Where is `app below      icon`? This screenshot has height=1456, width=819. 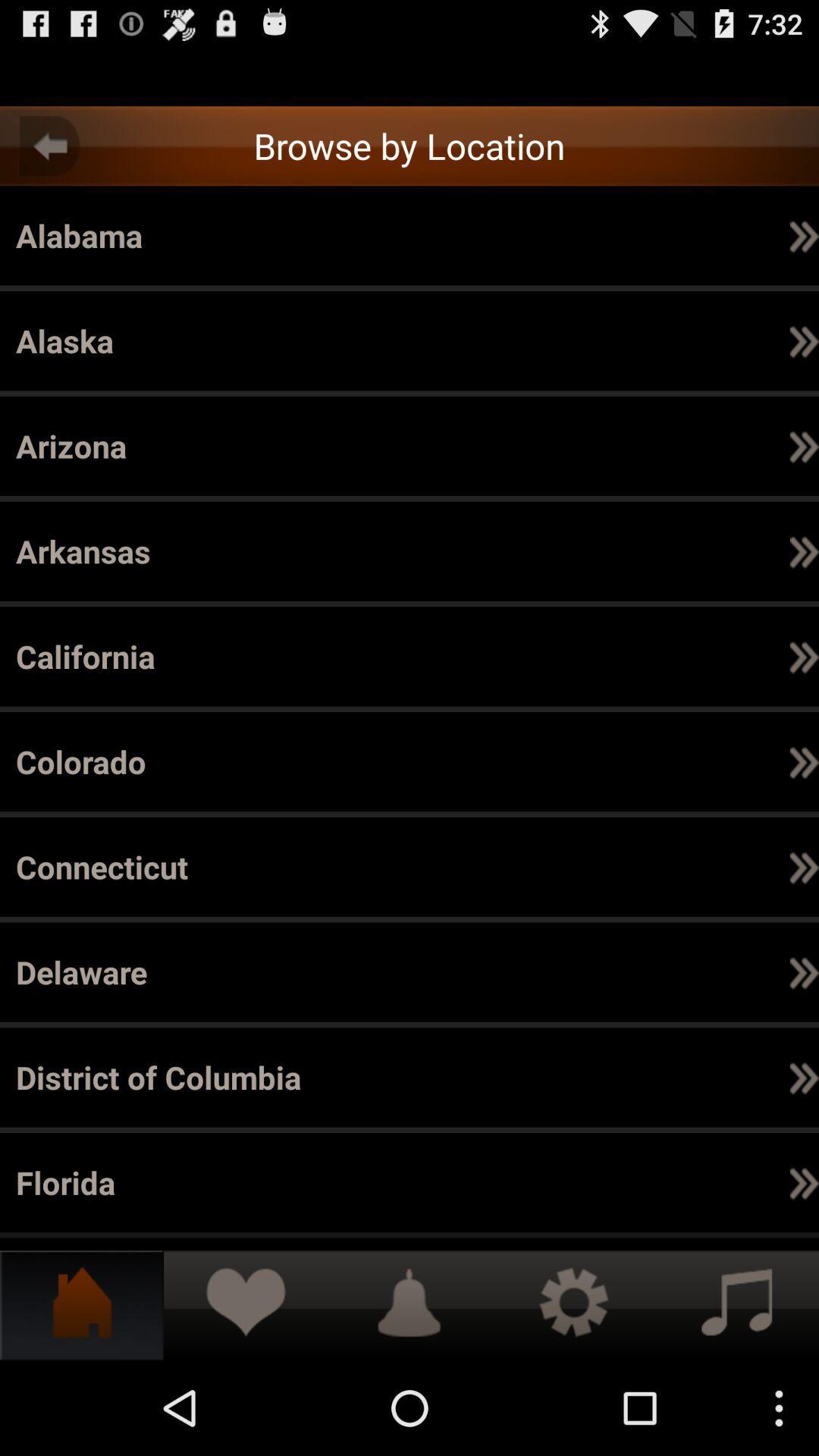
app below      icon is located at coordinates (803, 866).